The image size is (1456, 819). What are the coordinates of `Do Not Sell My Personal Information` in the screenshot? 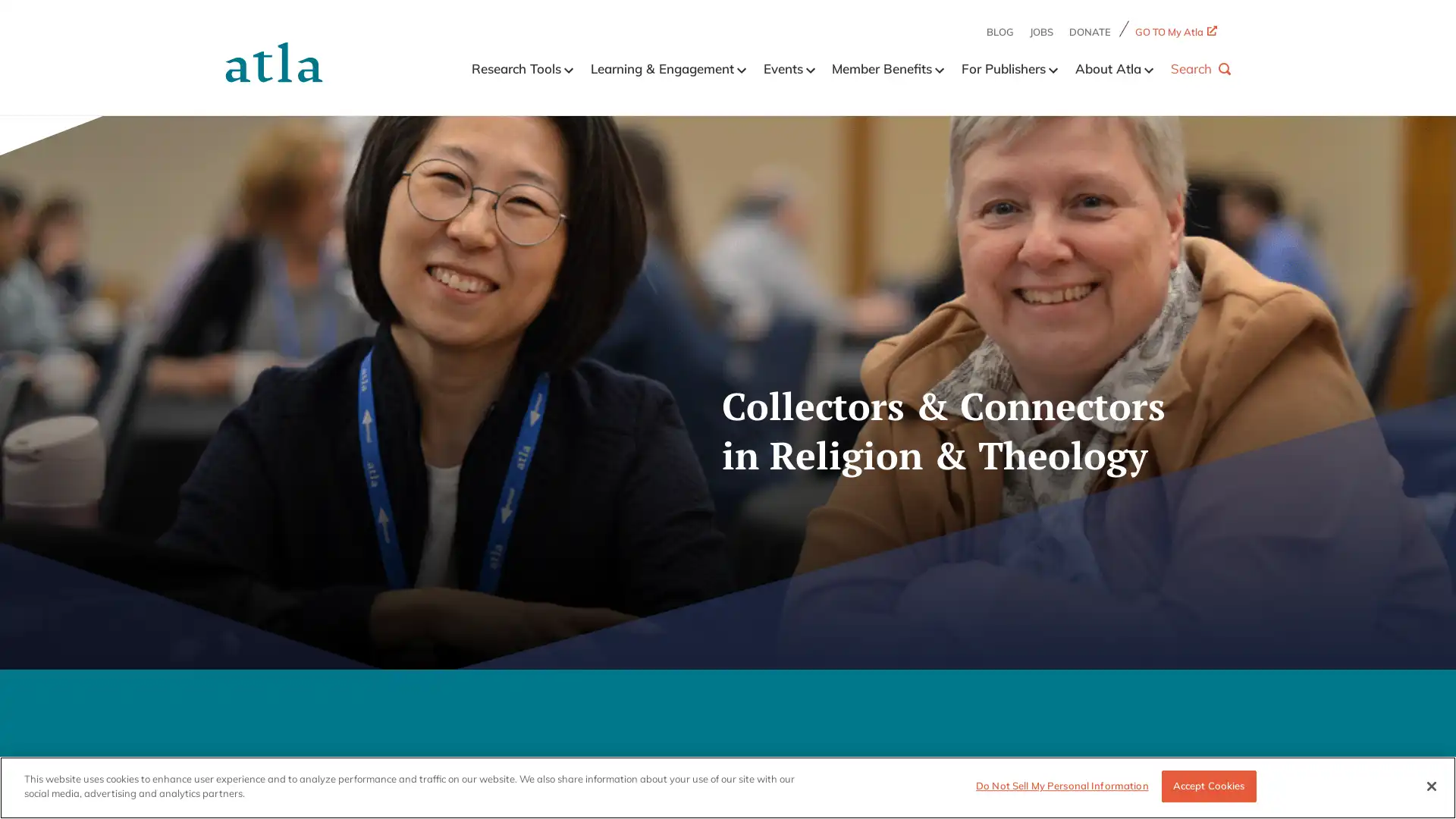 It's located at (1061, 785).